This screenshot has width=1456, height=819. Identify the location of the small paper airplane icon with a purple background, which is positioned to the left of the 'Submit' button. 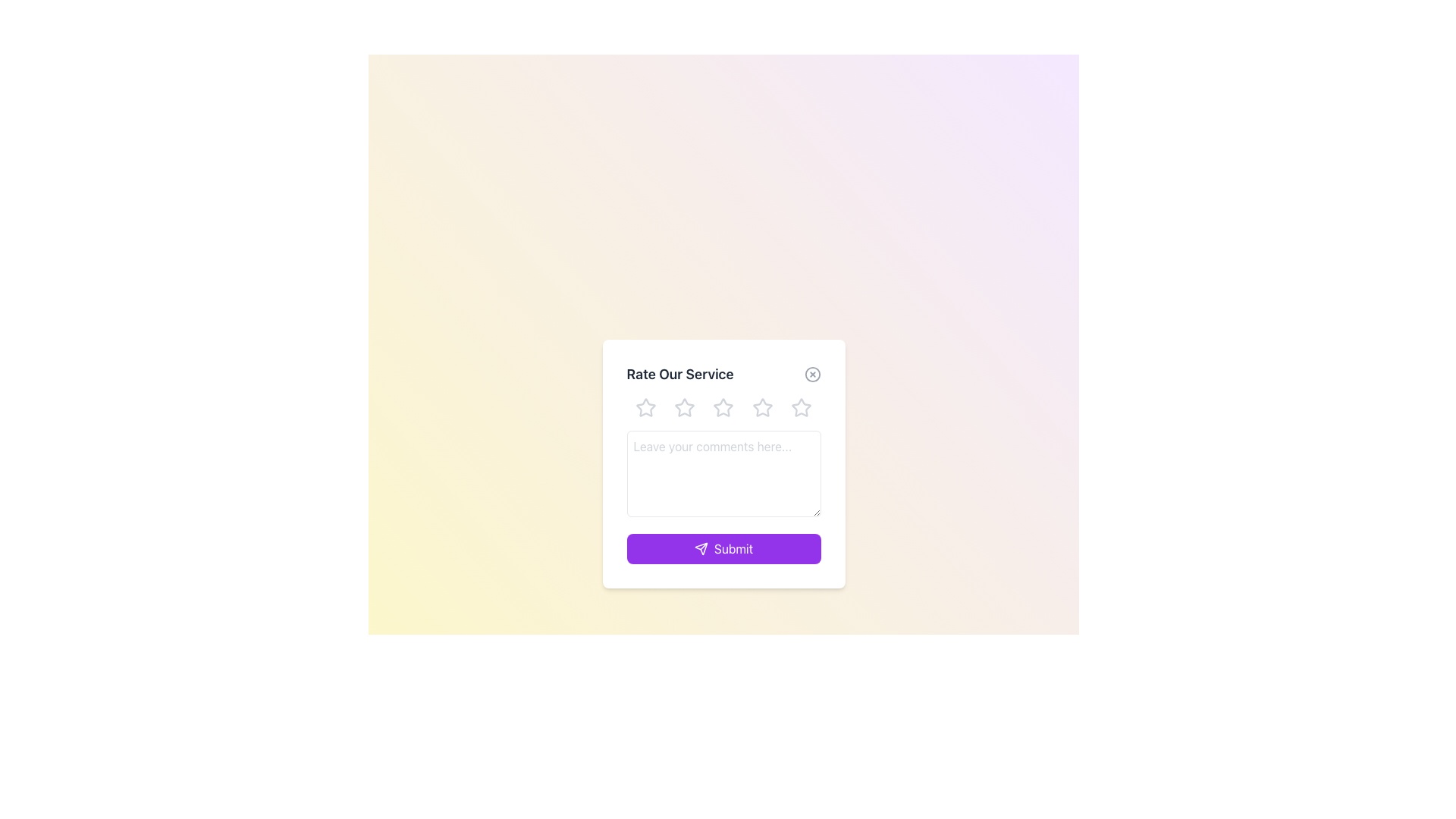
(700, 549).